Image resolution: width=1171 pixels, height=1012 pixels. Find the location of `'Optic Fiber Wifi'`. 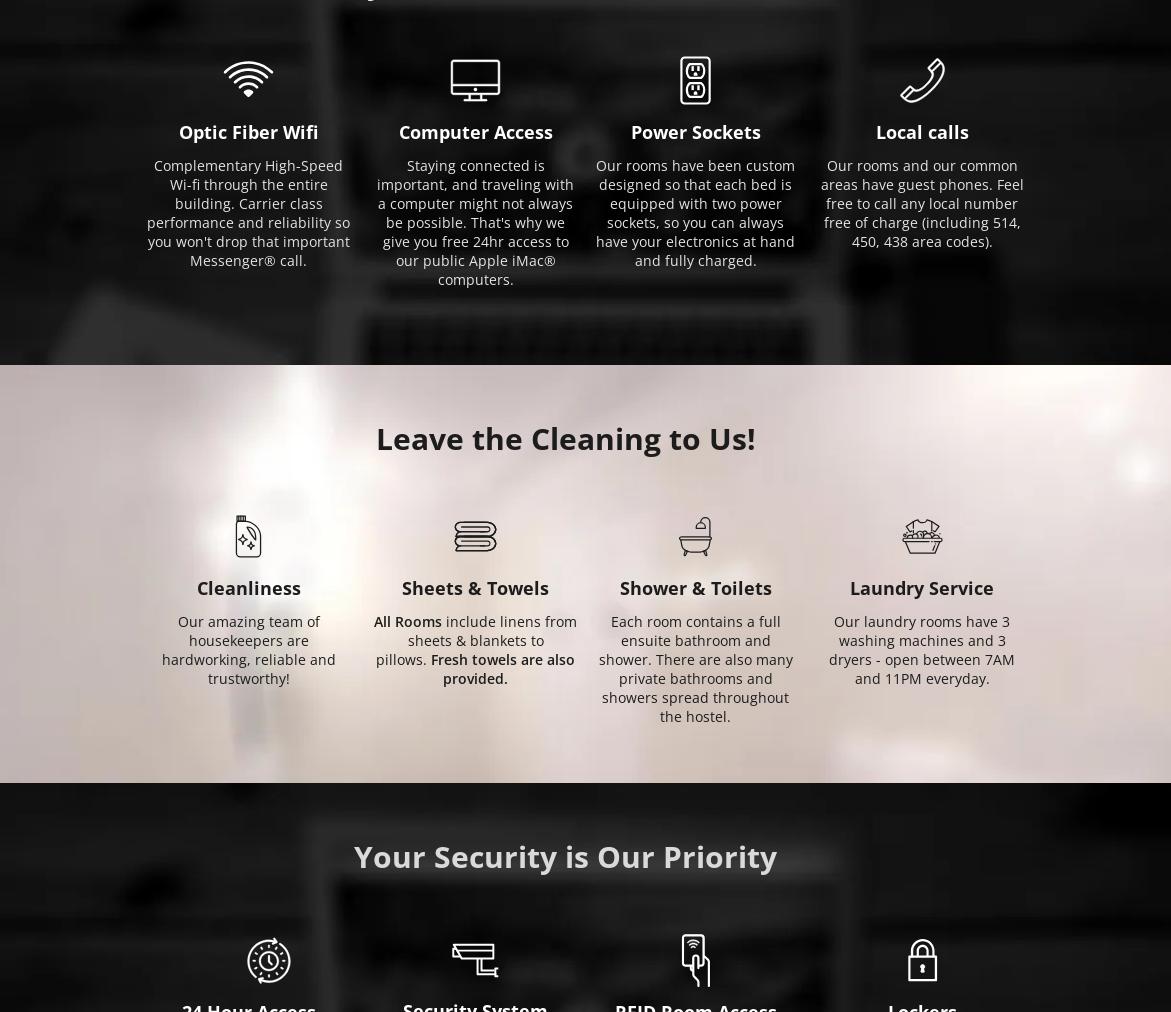

'Optic Fiber Wifi' is located at coordinates (248, 131).